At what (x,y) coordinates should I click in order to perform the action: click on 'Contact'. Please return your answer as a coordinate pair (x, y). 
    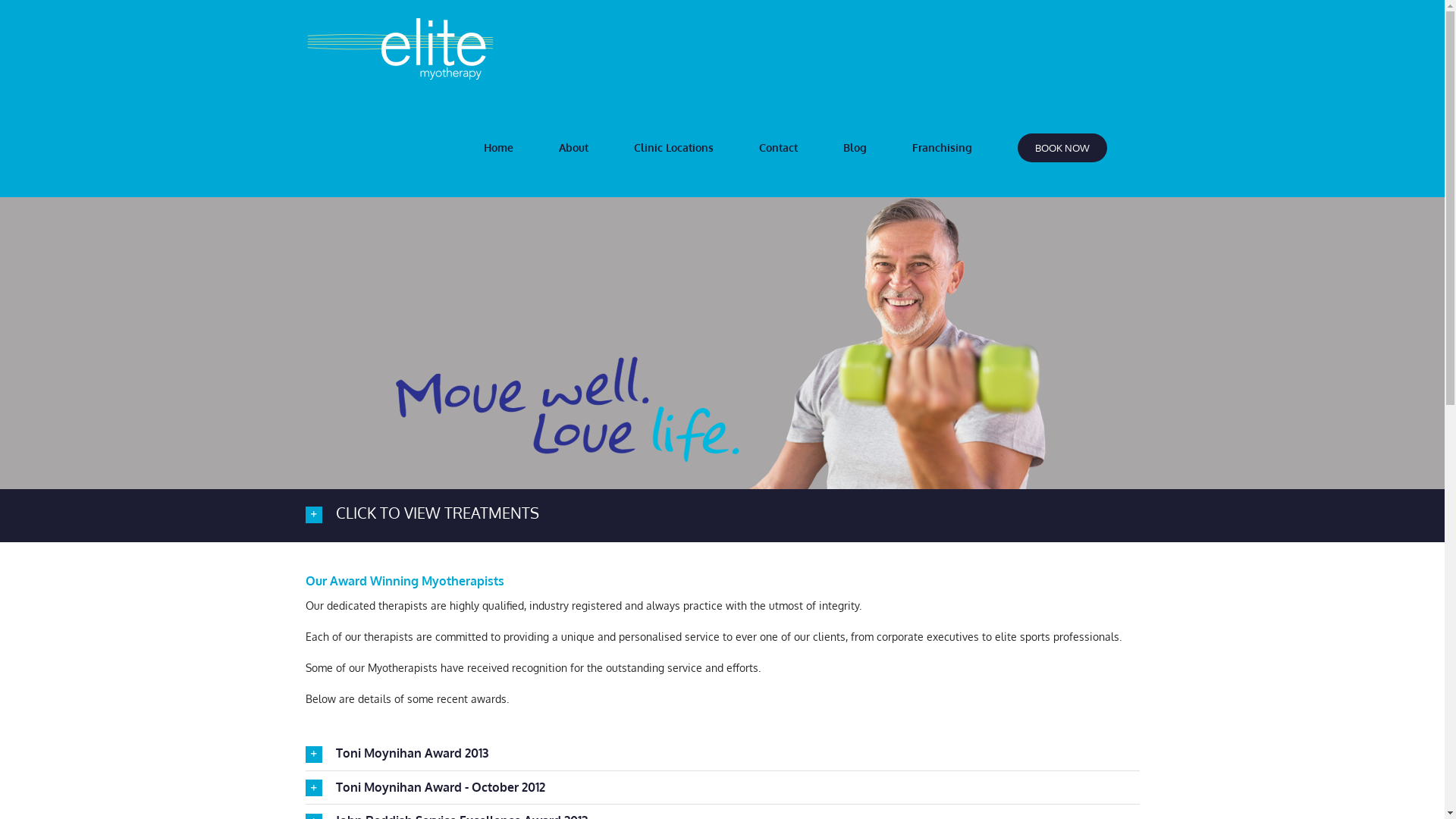
    Looking at the image, I should click on (779, 148).